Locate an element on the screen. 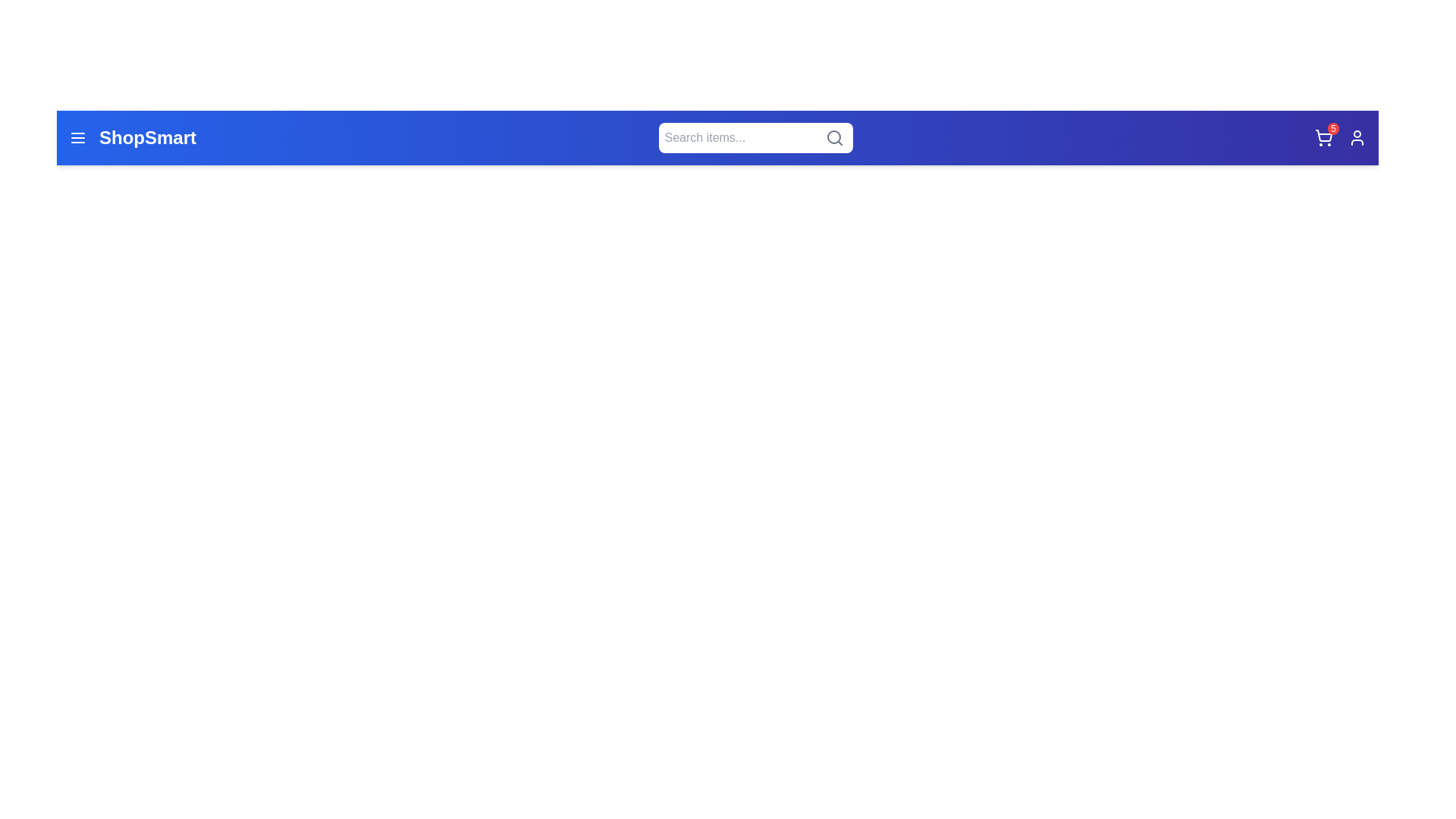 The image size is (1456, 819). the search field and type the query 'example query' is located at coordinates (755, 137).